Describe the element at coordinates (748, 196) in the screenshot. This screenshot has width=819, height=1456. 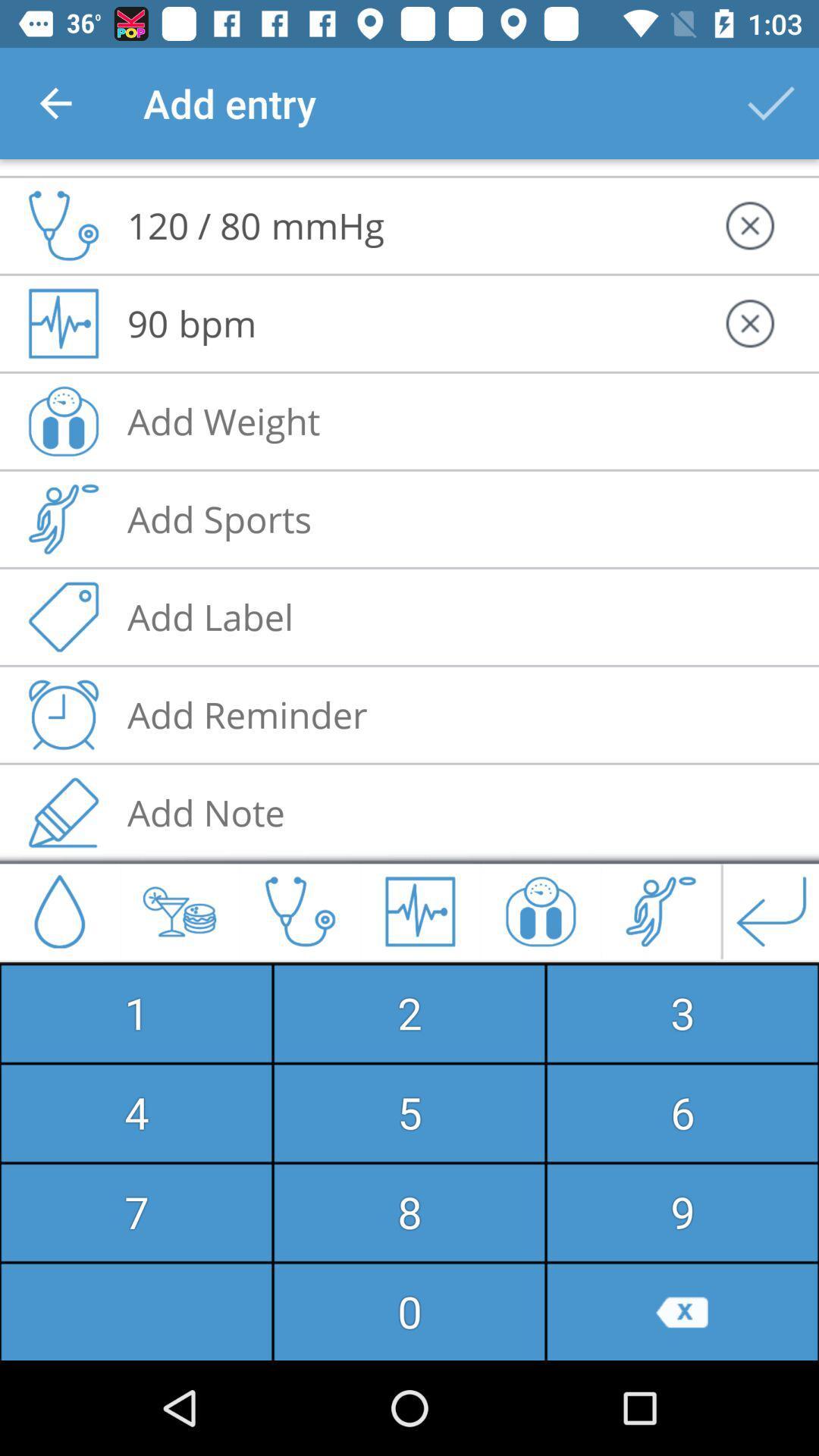
I see `the close icon` at that location.